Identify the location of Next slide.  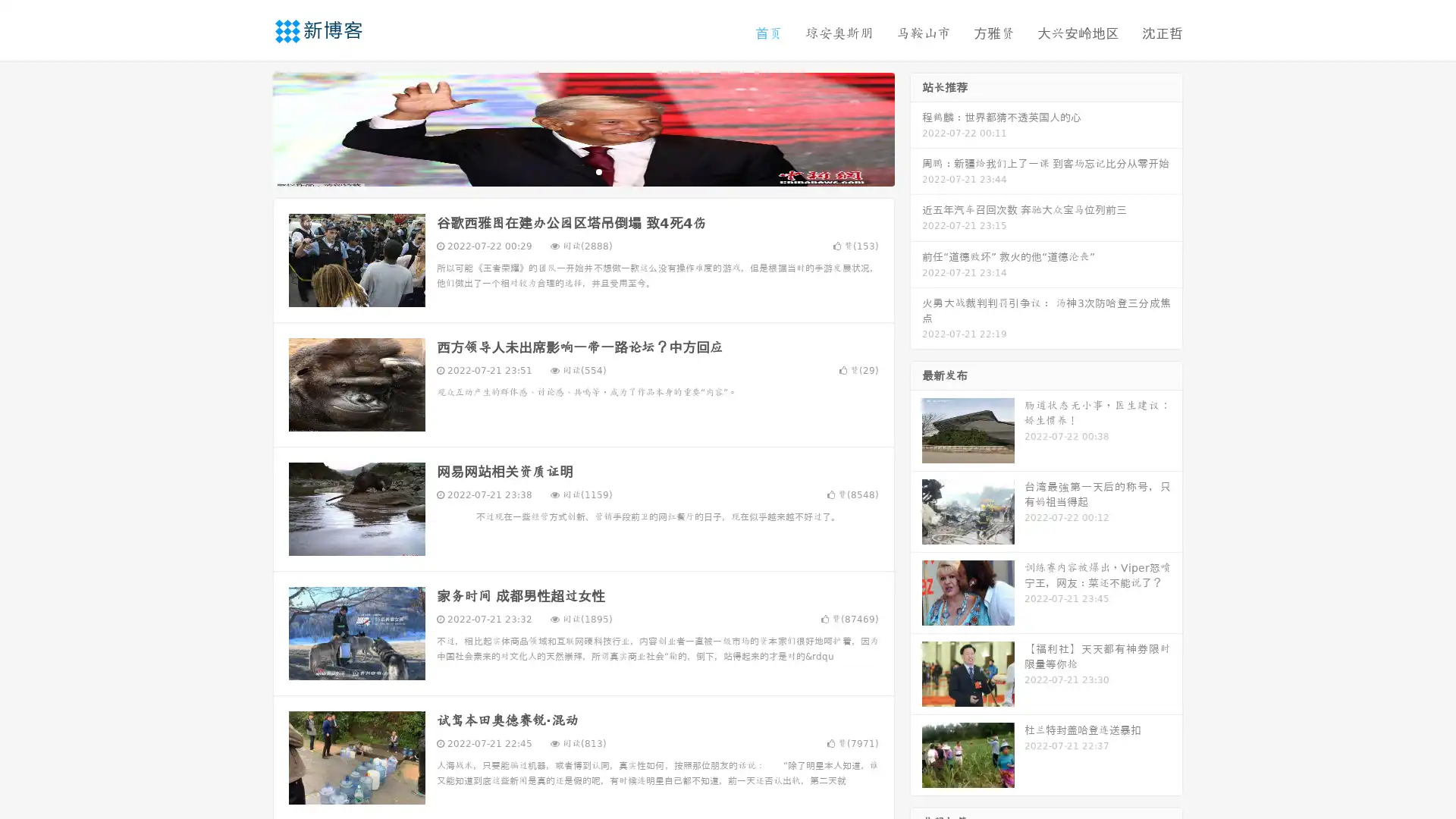
(916, 127).